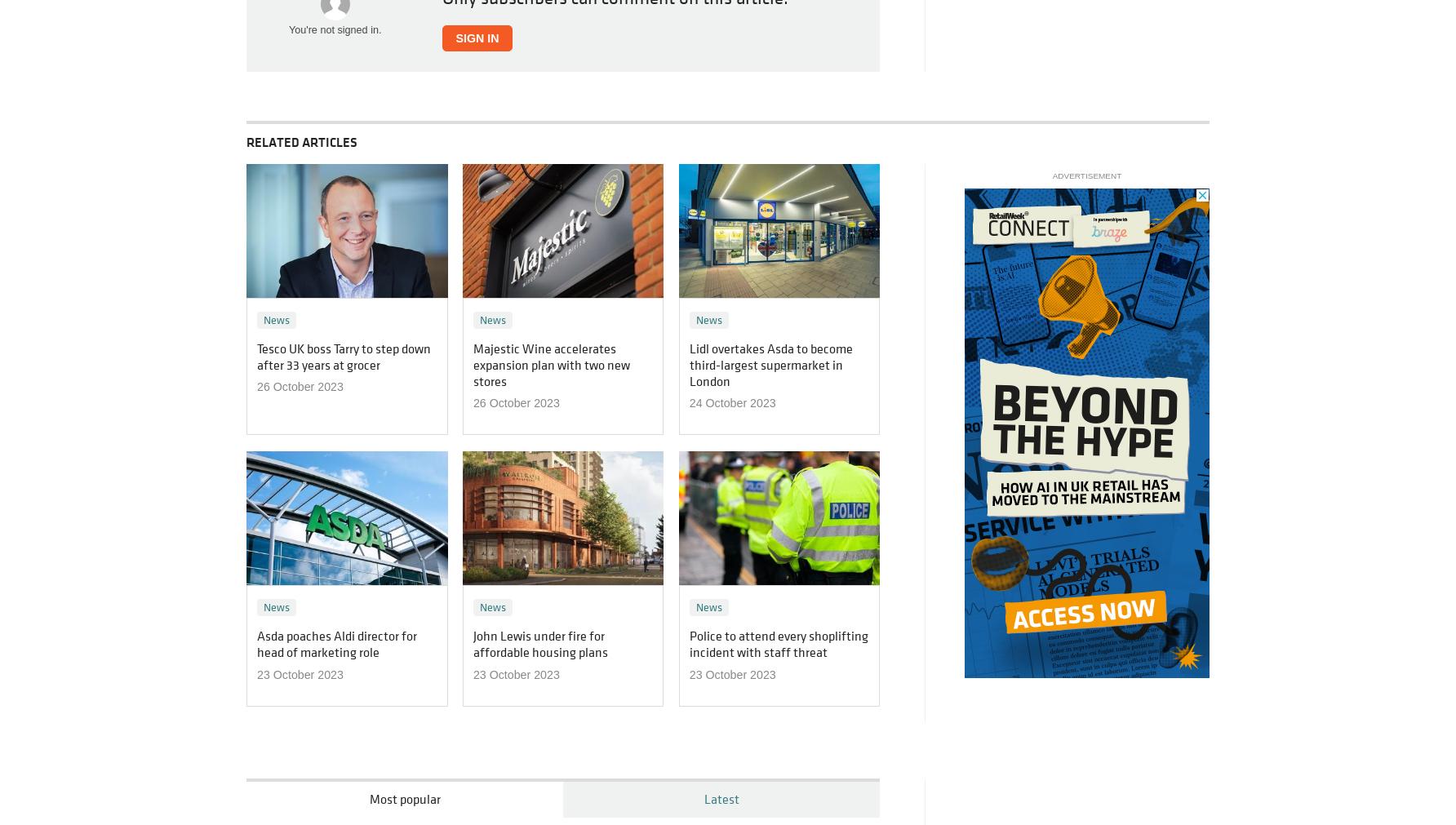 This screenshot has height=825, width=1456. What do you see at coordinates (476, 37) in the screenshot?
I see `'Sign in'` at bounding box center [476, 37].